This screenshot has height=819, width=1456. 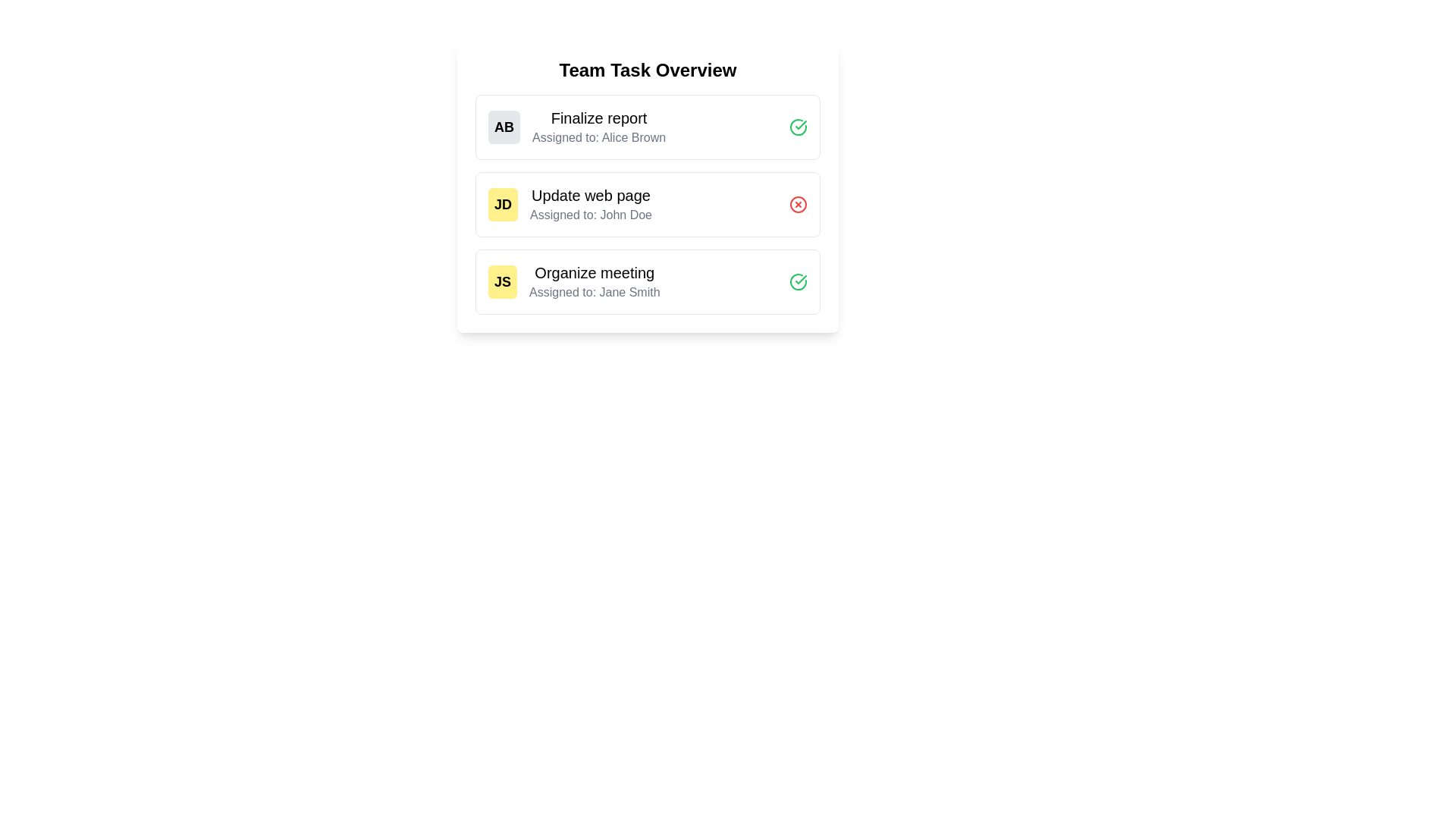 I want to click on the structured task item, which is the bottom-most task in the task list, displaying its title and assignee details, so click(x=573, y=281).